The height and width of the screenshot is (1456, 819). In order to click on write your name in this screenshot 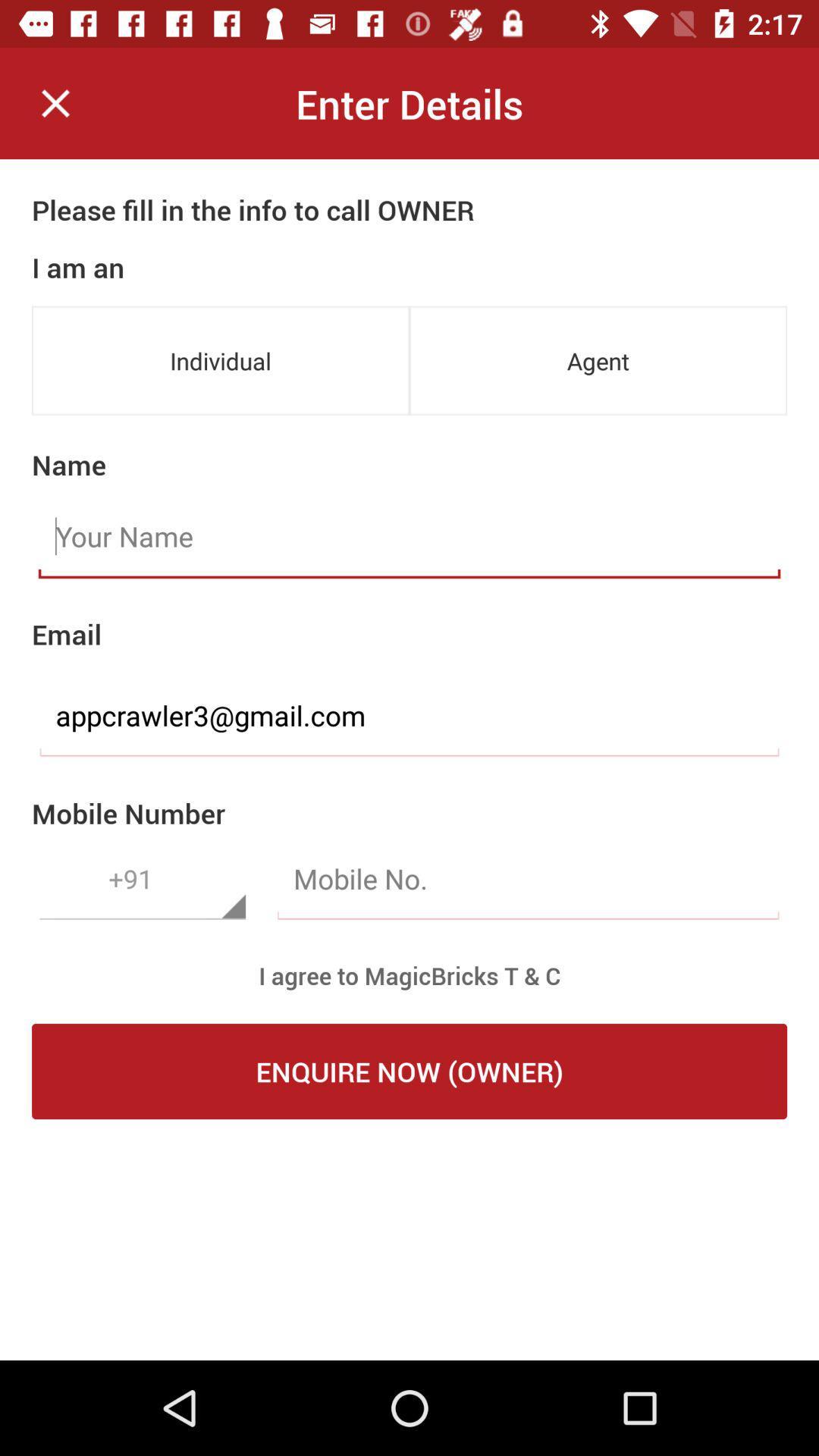, I will do `click(409, 537)`.